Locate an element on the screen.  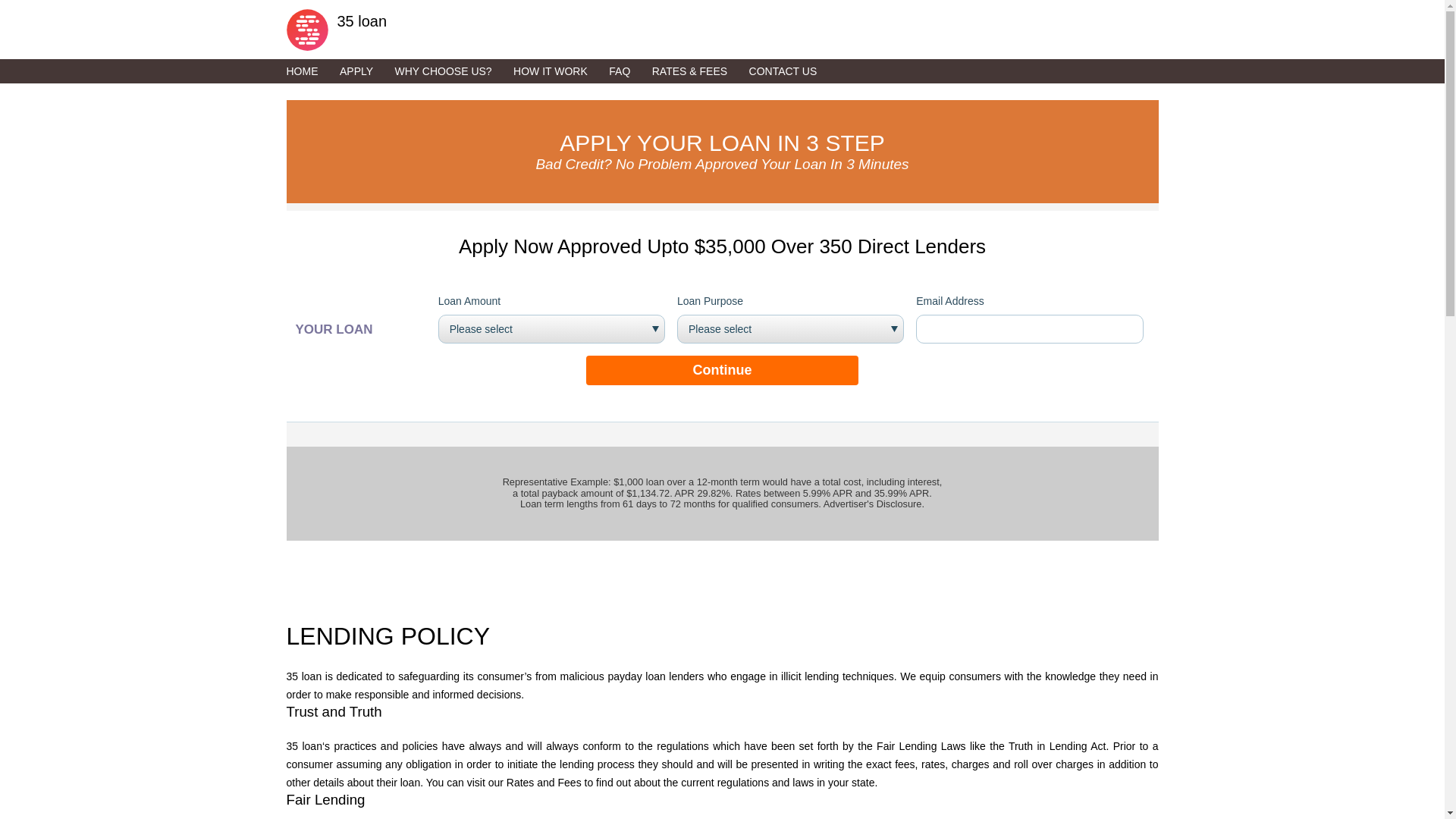
'Continue' is located at coordinates (721, 370).